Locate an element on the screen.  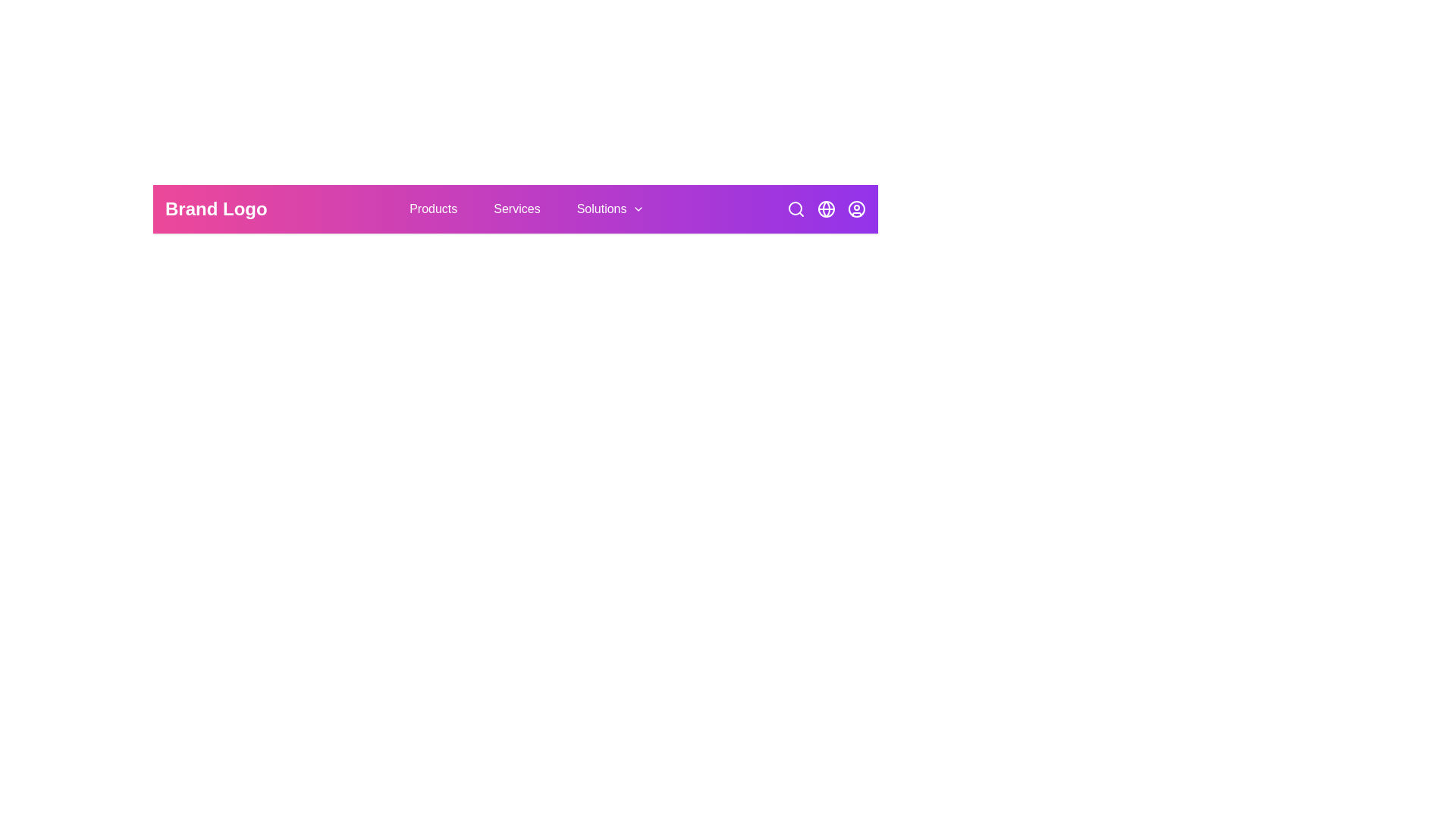
the dropdown icon associated with the 'Solutions' button is located at coordinates (639, 209).